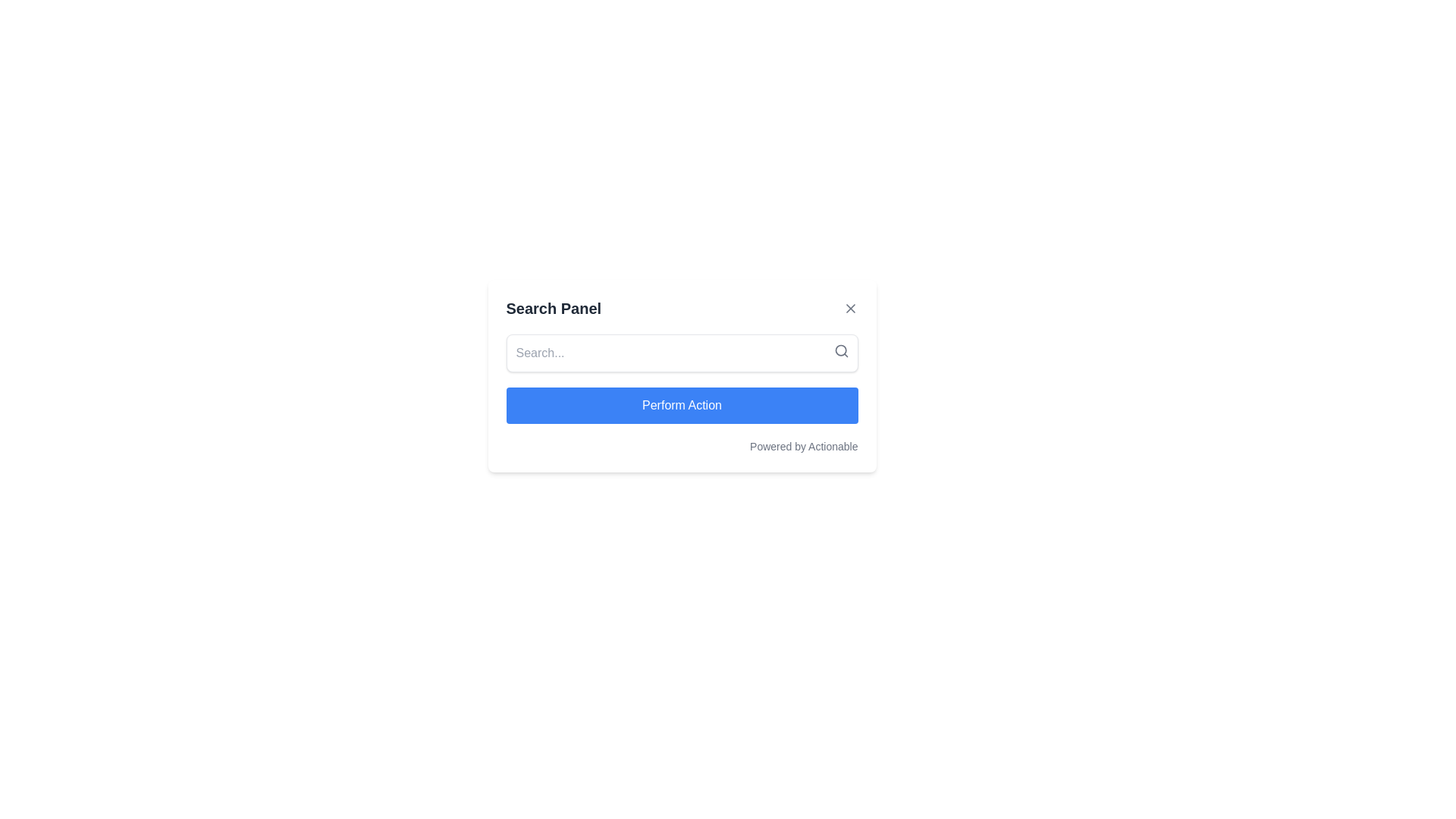 The width and height of the screenshot is (1456, 819). I want to click on the 'Search Panel' text label, which is styled in bold and large dark gray font and positioned at the top-left corner of the panel interface, so click(553, 308).